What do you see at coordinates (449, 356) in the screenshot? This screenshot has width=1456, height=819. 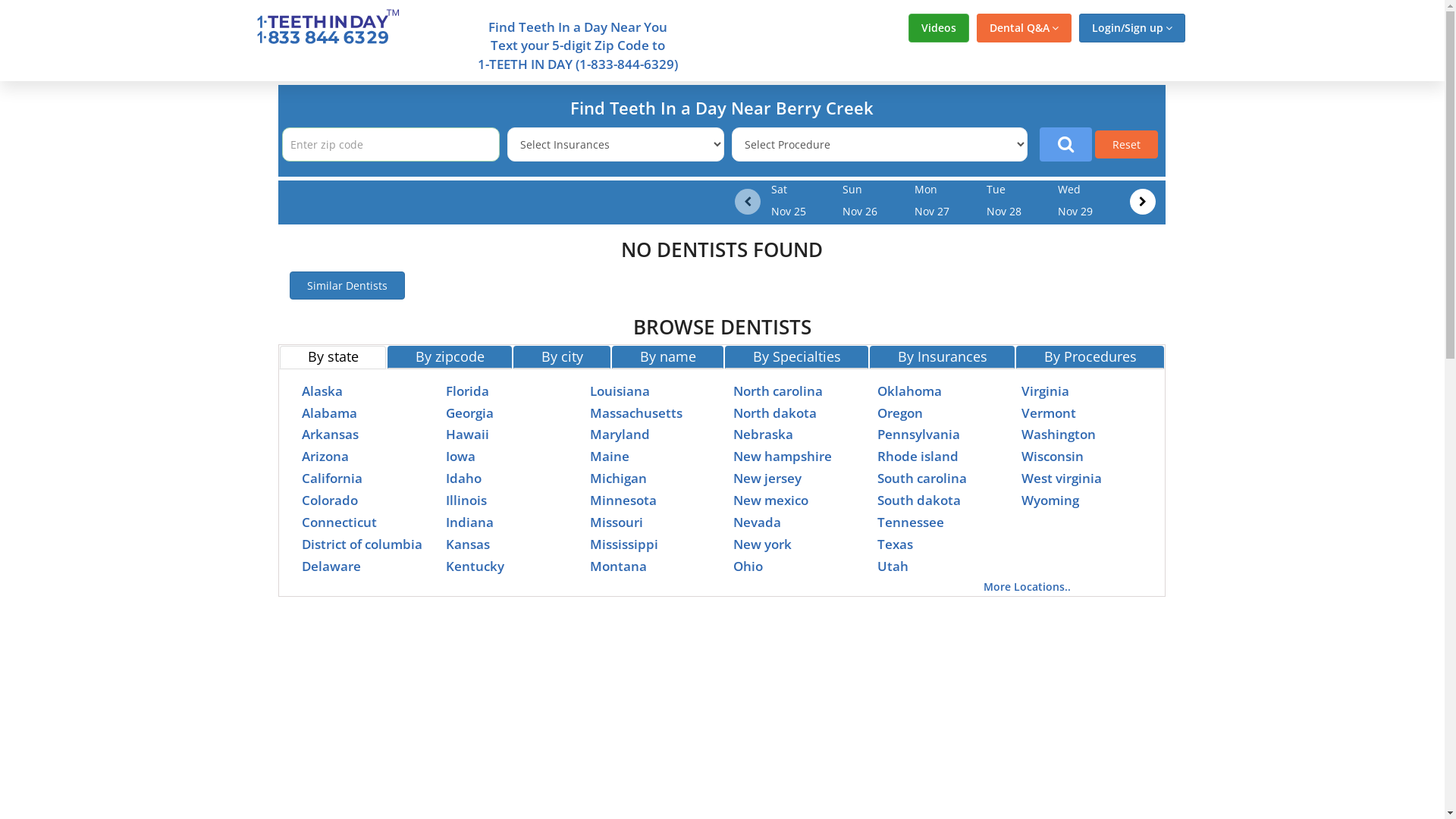 I see `'By zipcode'` at bounding box center [449, 356].